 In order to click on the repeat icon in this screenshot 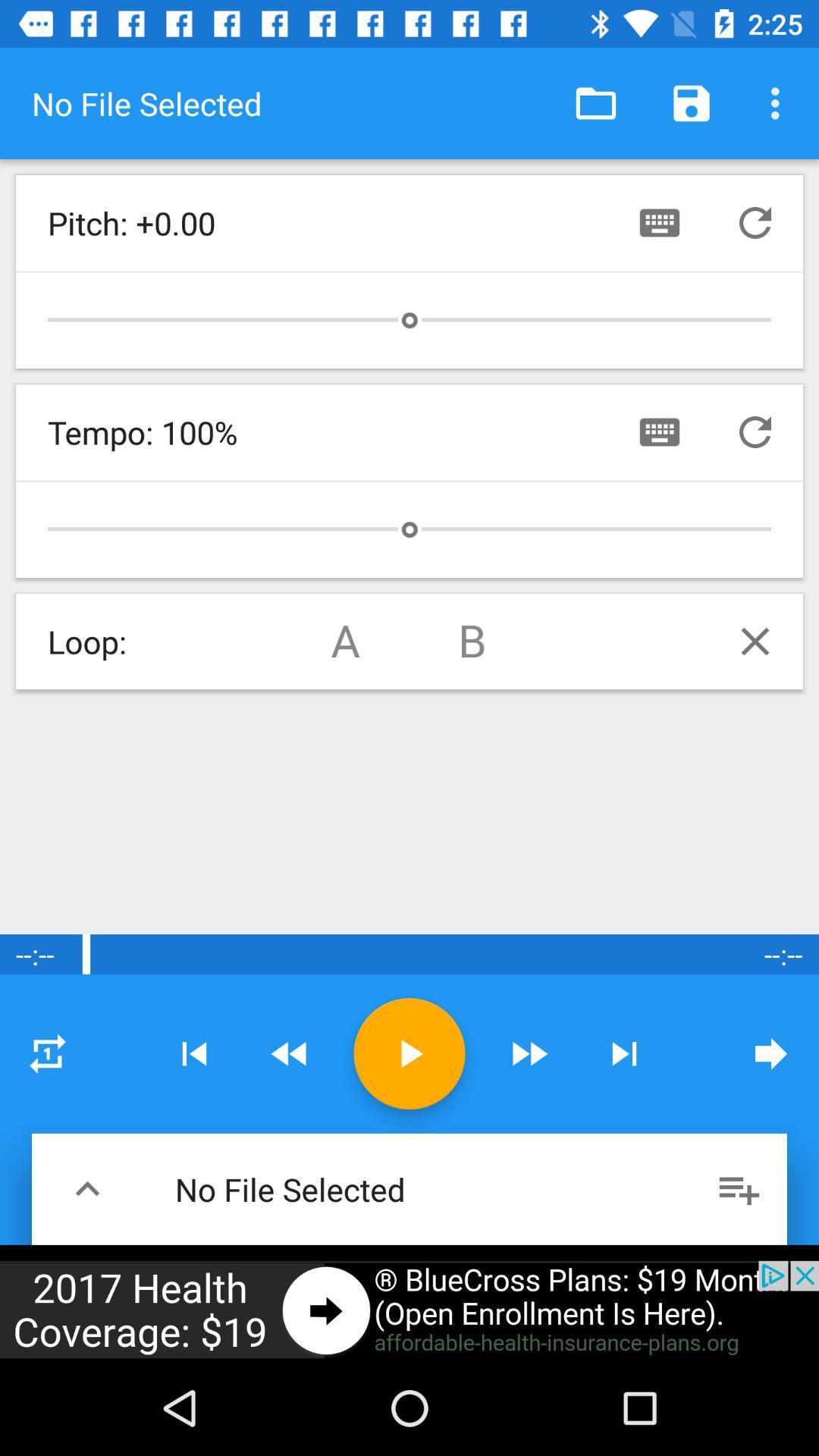, I will do `click(46, 1053)`.